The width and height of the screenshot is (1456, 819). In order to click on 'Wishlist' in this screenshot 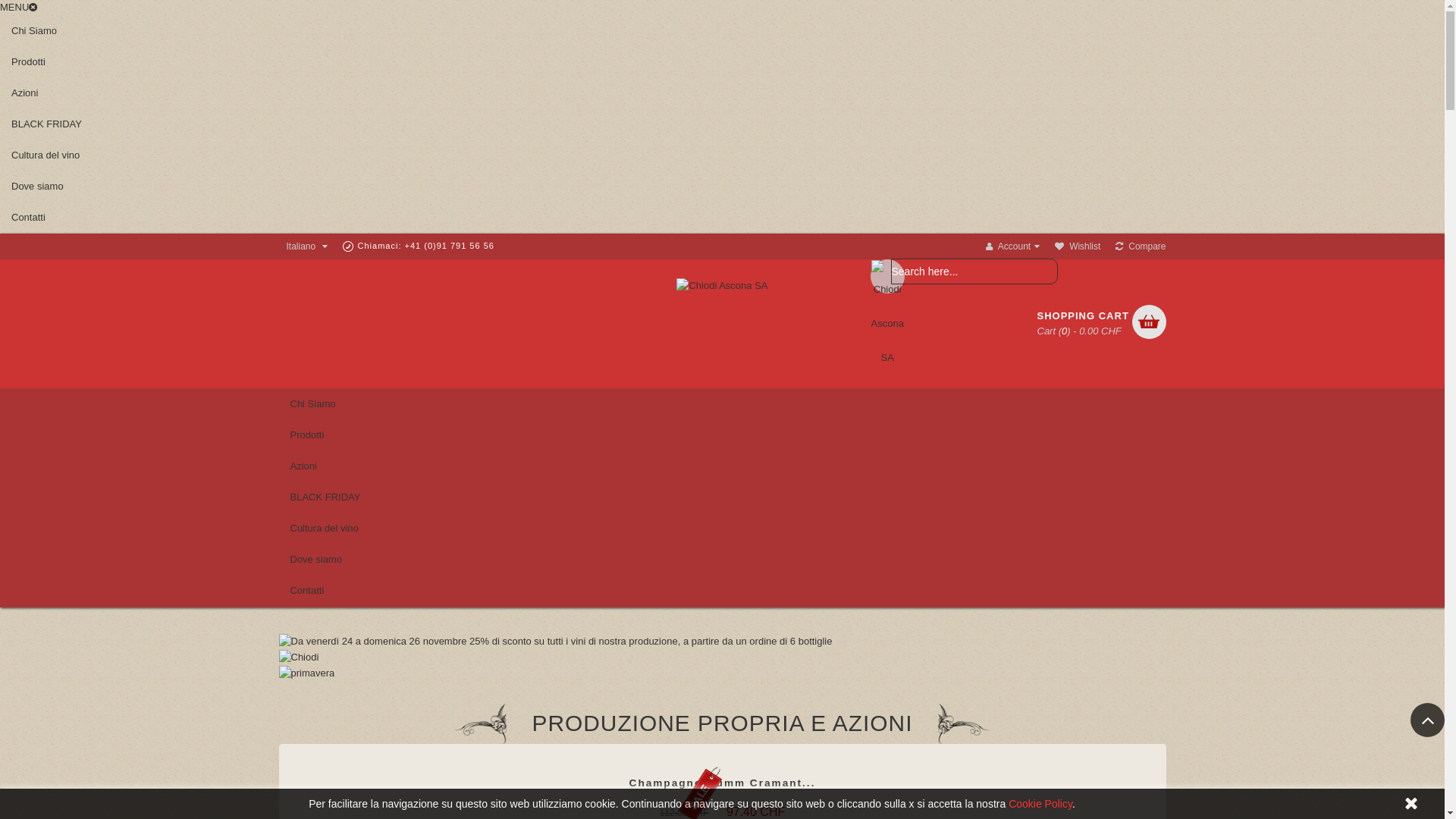, I will do `click(1076, 245)`.